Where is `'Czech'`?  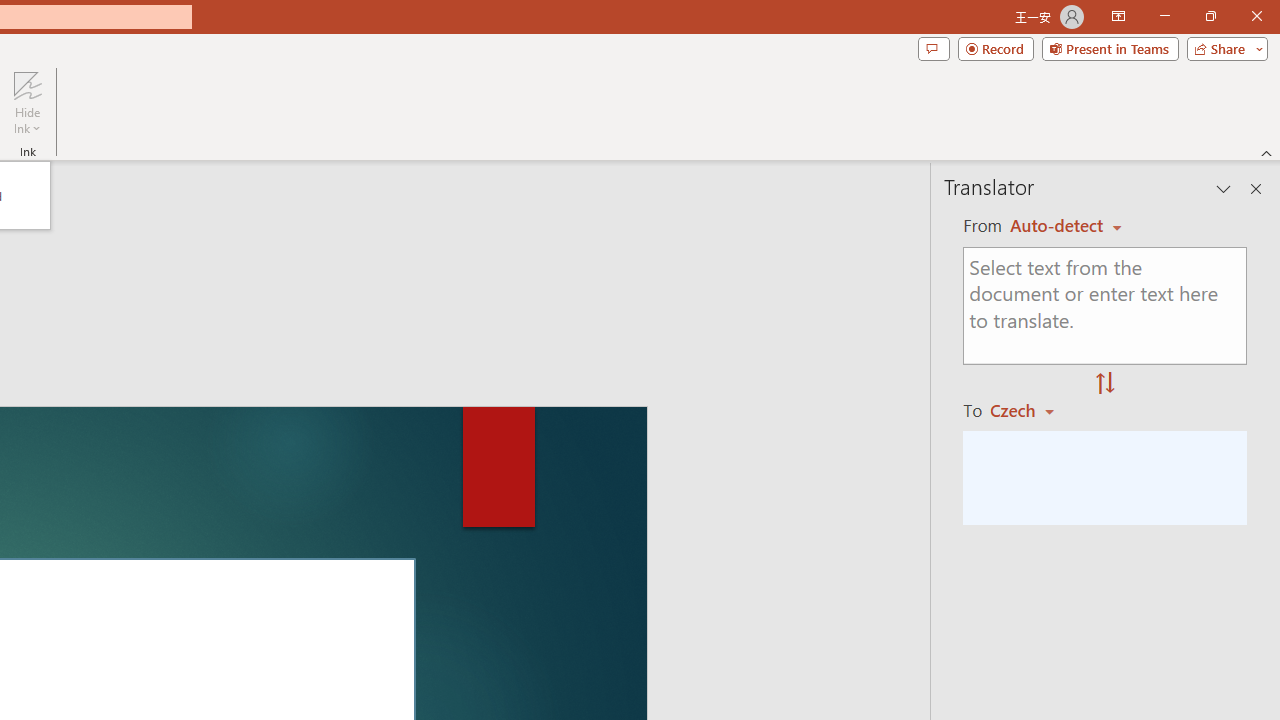
'Czech' is located at coordinates (1031, 409).